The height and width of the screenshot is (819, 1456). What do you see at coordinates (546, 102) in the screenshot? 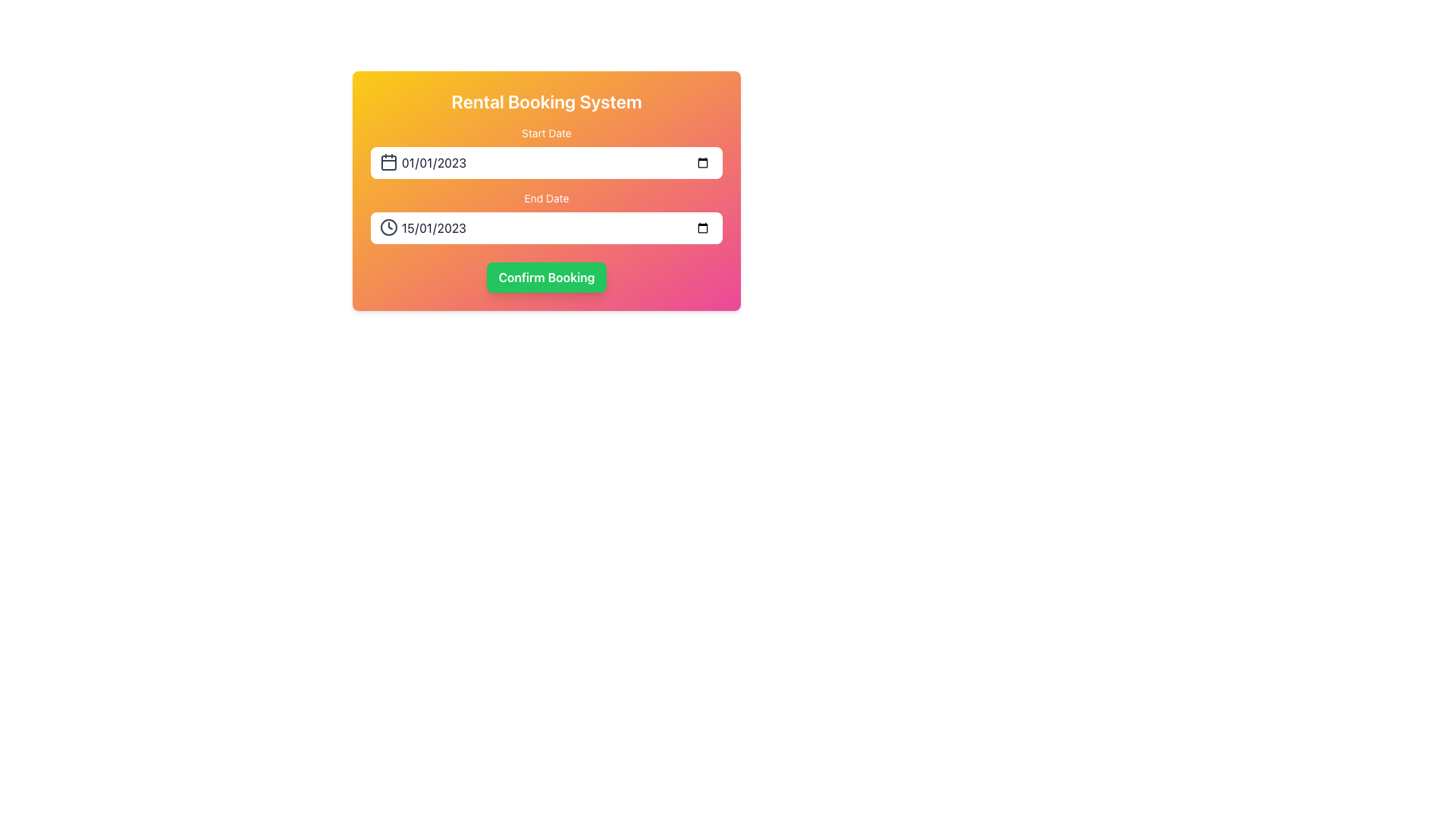
I see `the Static Text Heading which serves as the title for the section, indicating the primary purpose of the interface, located at the top center of the application` at bounding box center [546, 102].